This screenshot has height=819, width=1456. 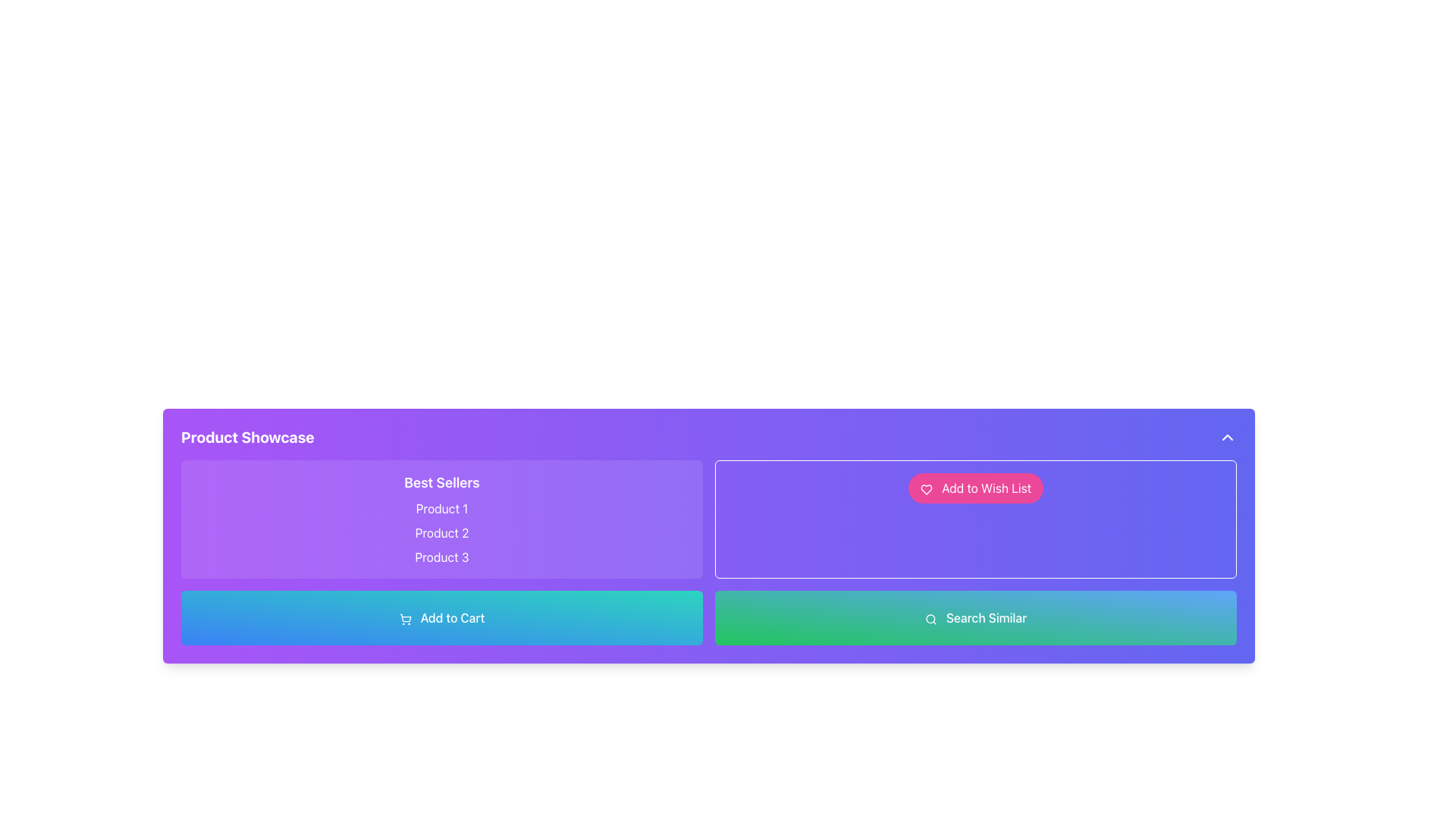 What do you see at coordinates (925, 489) in the screenshot?
I see `the heart icon styled with the 'lucide-heart' class located to the left of the 'Add to Wish List' button` at bounding box center [925, 489].